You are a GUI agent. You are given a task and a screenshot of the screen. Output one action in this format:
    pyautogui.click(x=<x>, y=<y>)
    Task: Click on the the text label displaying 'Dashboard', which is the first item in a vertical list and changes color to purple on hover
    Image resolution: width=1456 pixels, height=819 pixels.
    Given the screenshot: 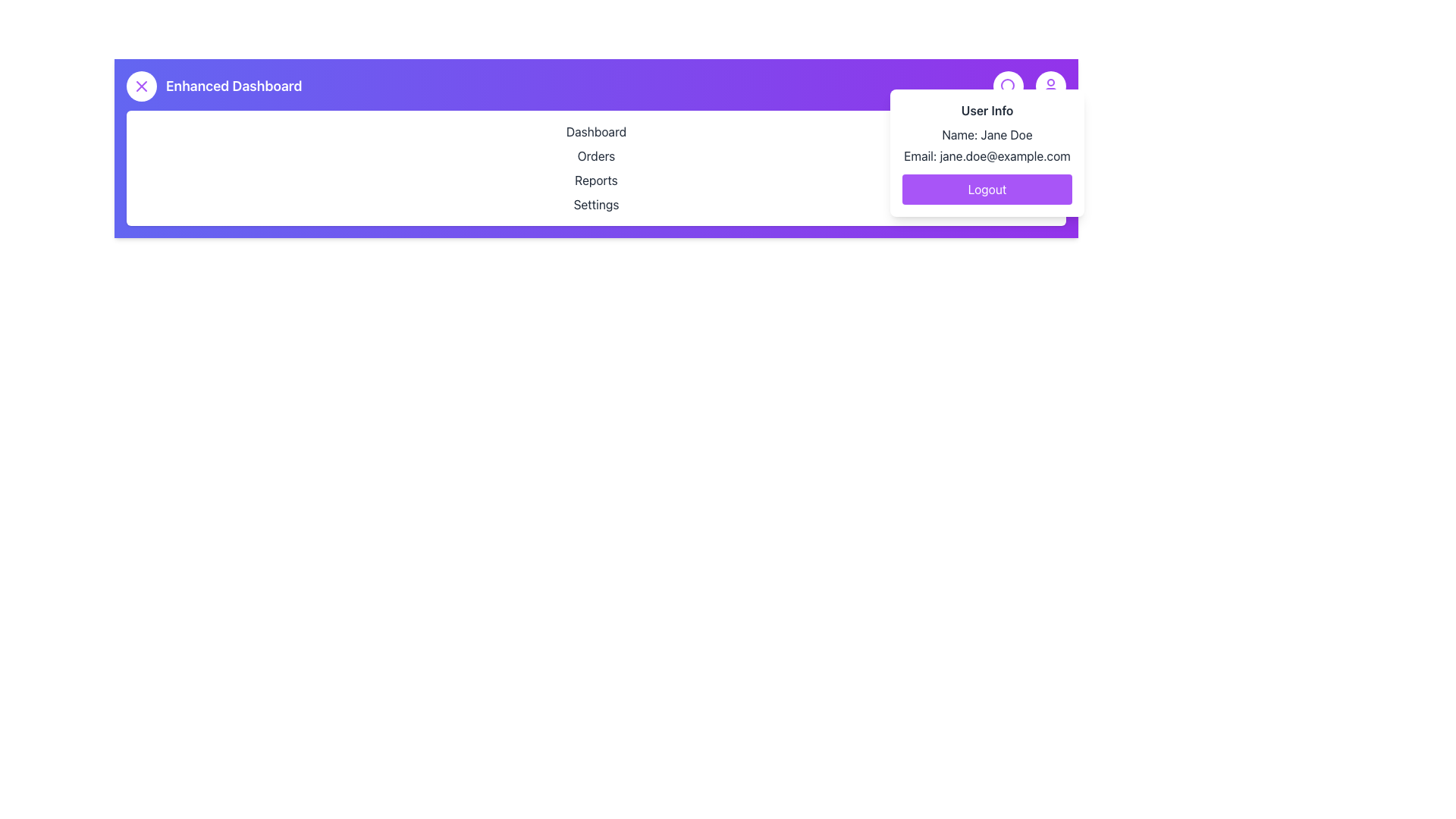 What is the action you would take?
    pyautogui.click(x=595, y=130)
    